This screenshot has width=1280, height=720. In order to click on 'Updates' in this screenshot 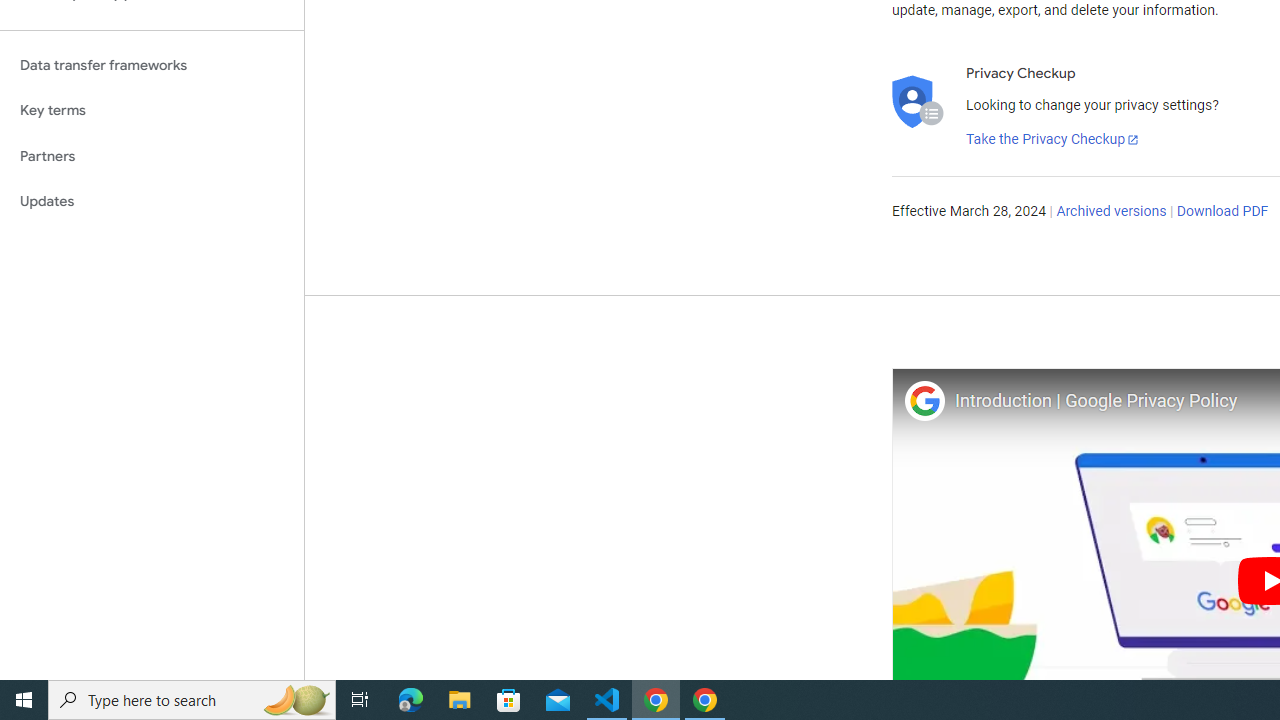, I will do `click(151, 201)`.